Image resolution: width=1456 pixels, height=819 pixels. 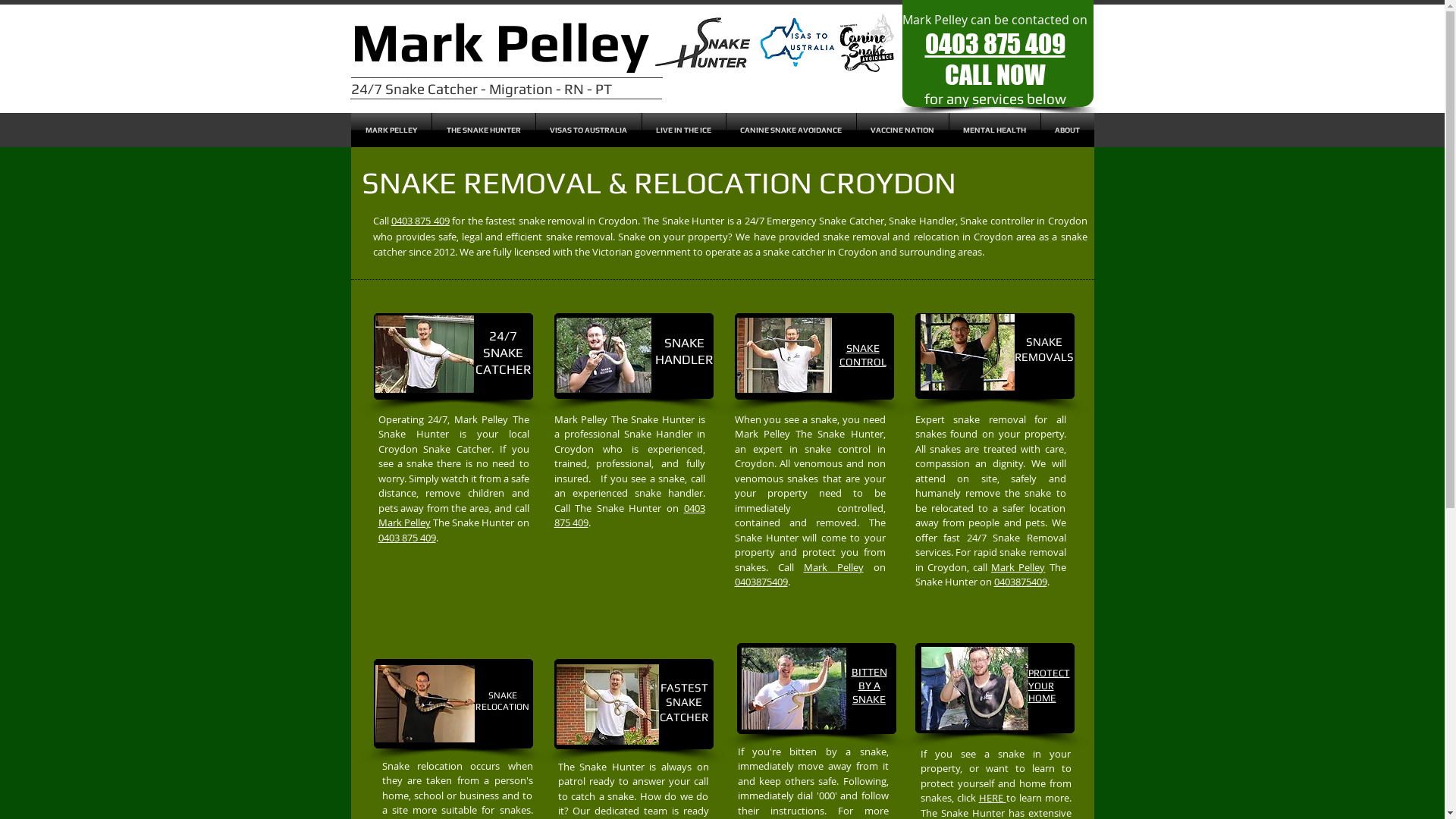 What do you see at coordinates (992, 797) in the screenshot?
I see `'HERE'` at bounding box center [992, 797].